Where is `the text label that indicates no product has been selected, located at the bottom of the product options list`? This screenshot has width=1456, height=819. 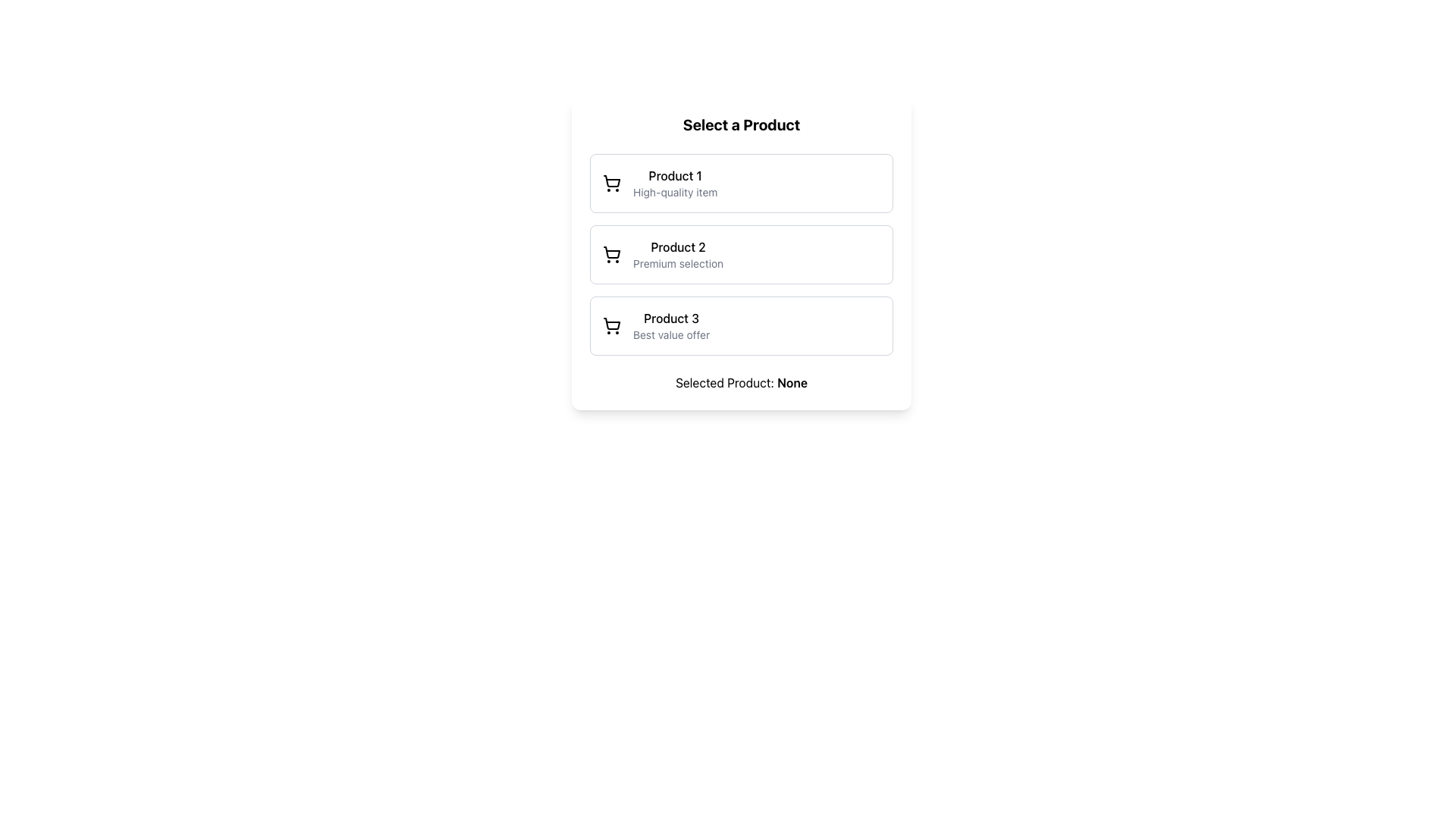 the text label that indicates no product has been selected, located at the bottom of the product options list is located at coordinates (742, 382).